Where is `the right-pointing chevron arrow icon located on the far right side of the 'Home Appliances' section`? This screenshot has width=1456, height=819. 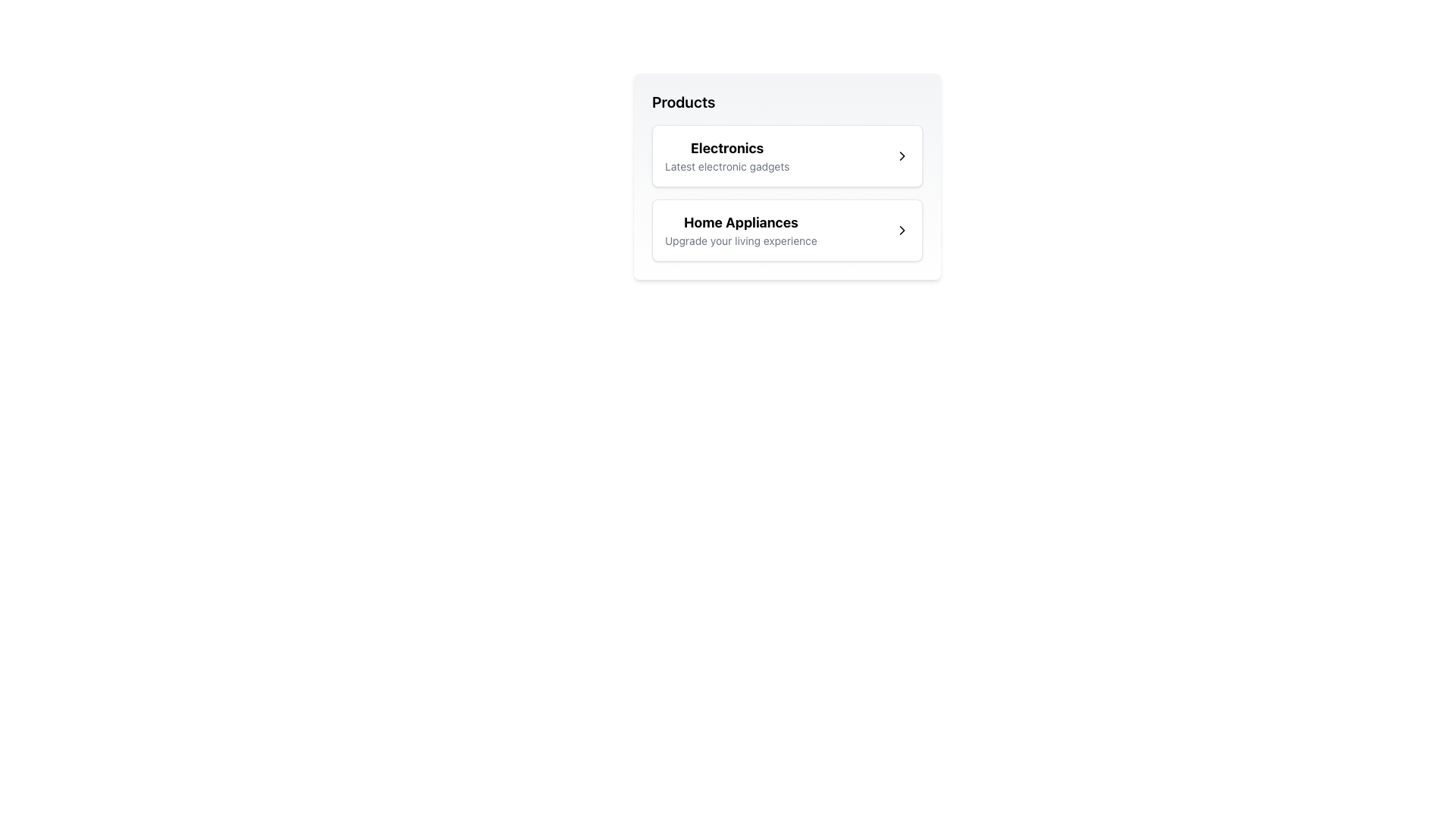 the right-pointing chevron arrow icon located on the far right side of the 'Home Appliances' section is located at coordinates (902, 231).